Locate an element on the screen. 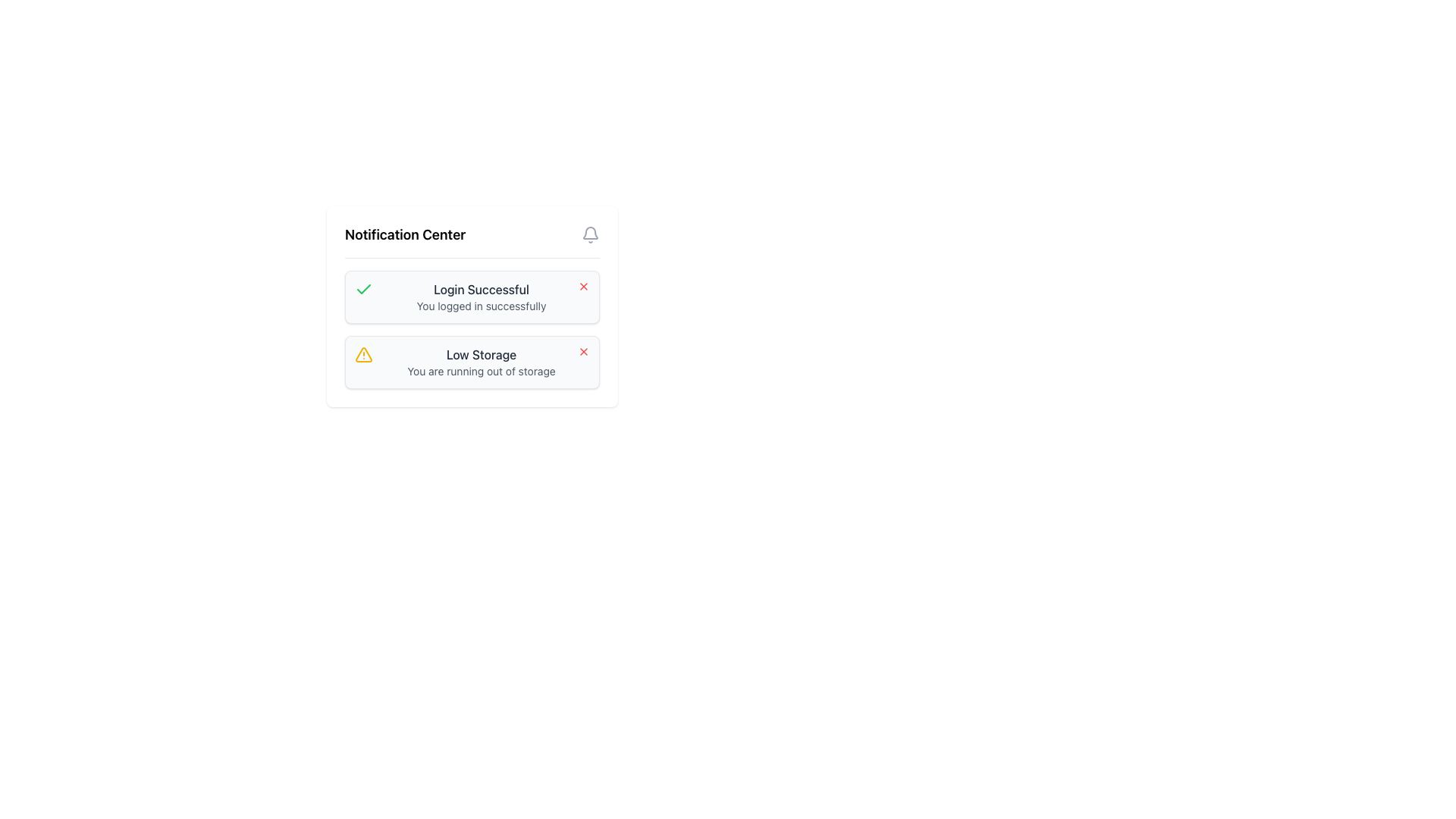 This screenshot has width=1456, height=819. the notification message displayed in the centrally positioned Text Block within the Notification Center interface after a successful login action is located at coordinates (480, 297).